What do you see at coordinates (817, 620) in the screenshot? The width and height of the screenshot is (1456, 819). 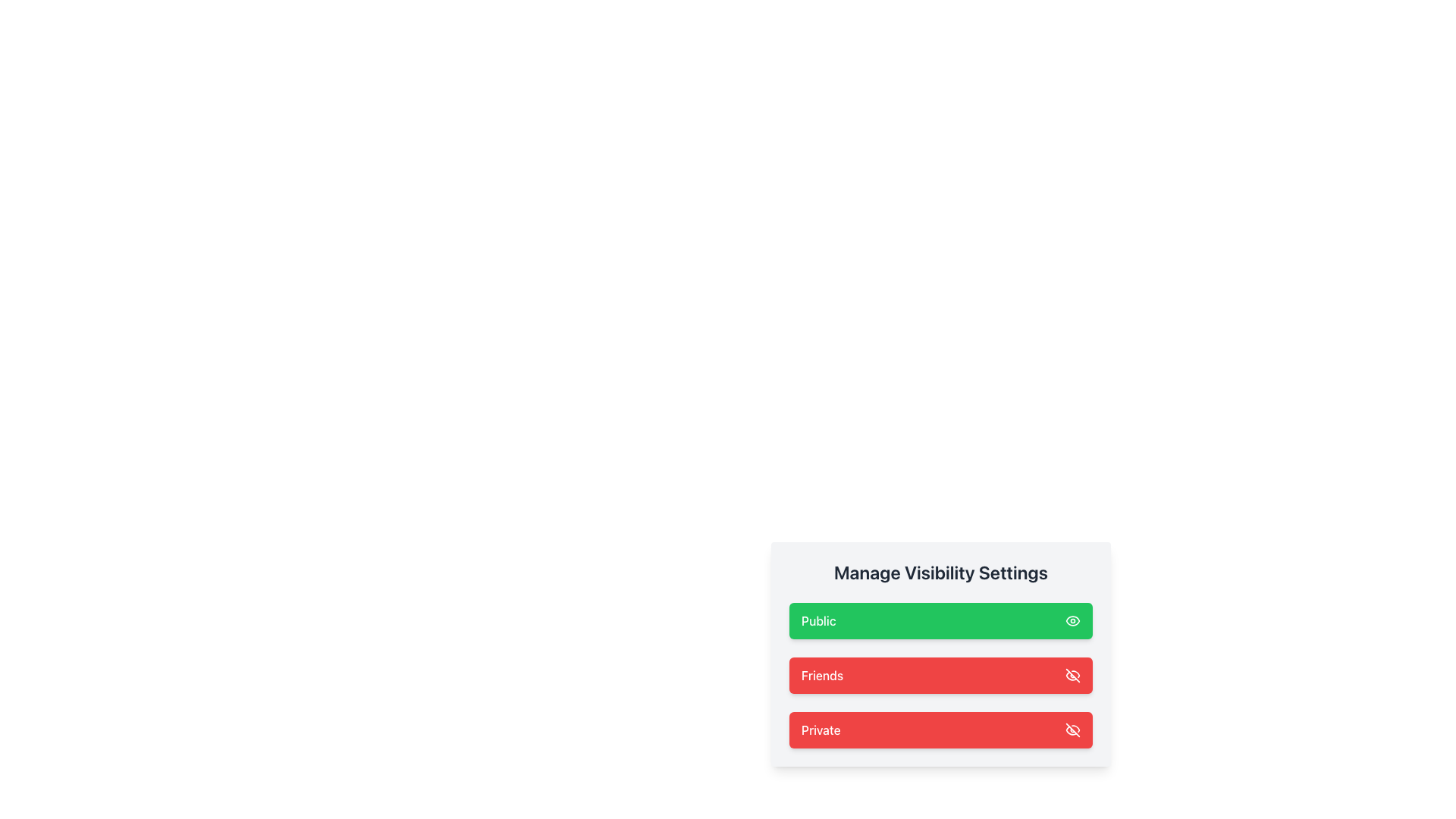 I see `the 'Public' text label located on the green button in the topmost row of a group of three options` at bounding box center [817, 620].